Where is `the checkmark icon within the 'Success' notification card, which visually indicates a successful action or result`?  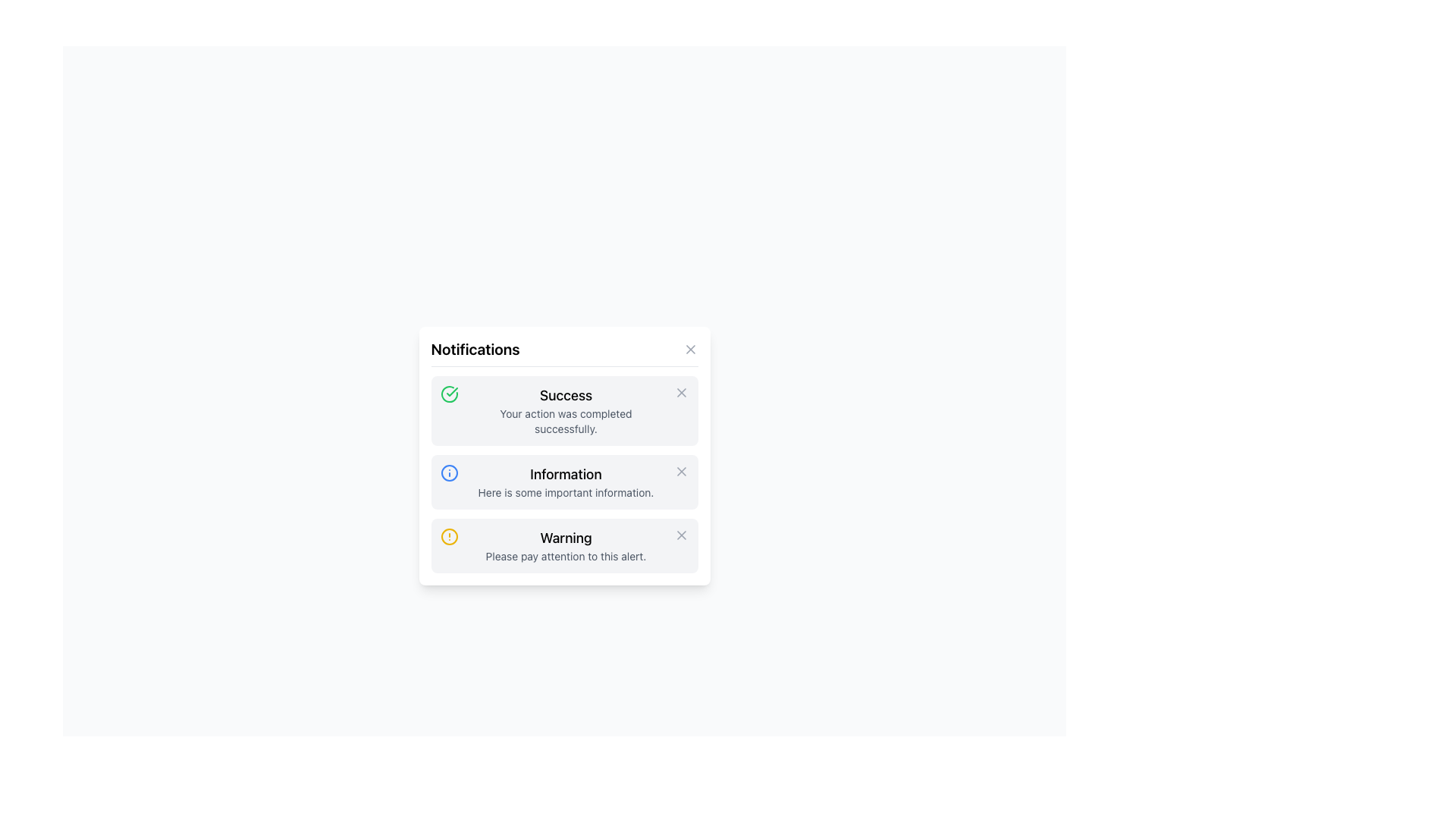
the checkmark icon within the 'Success' notification card, which visually indicates a successful action or result is located at coordinates (450, 391).